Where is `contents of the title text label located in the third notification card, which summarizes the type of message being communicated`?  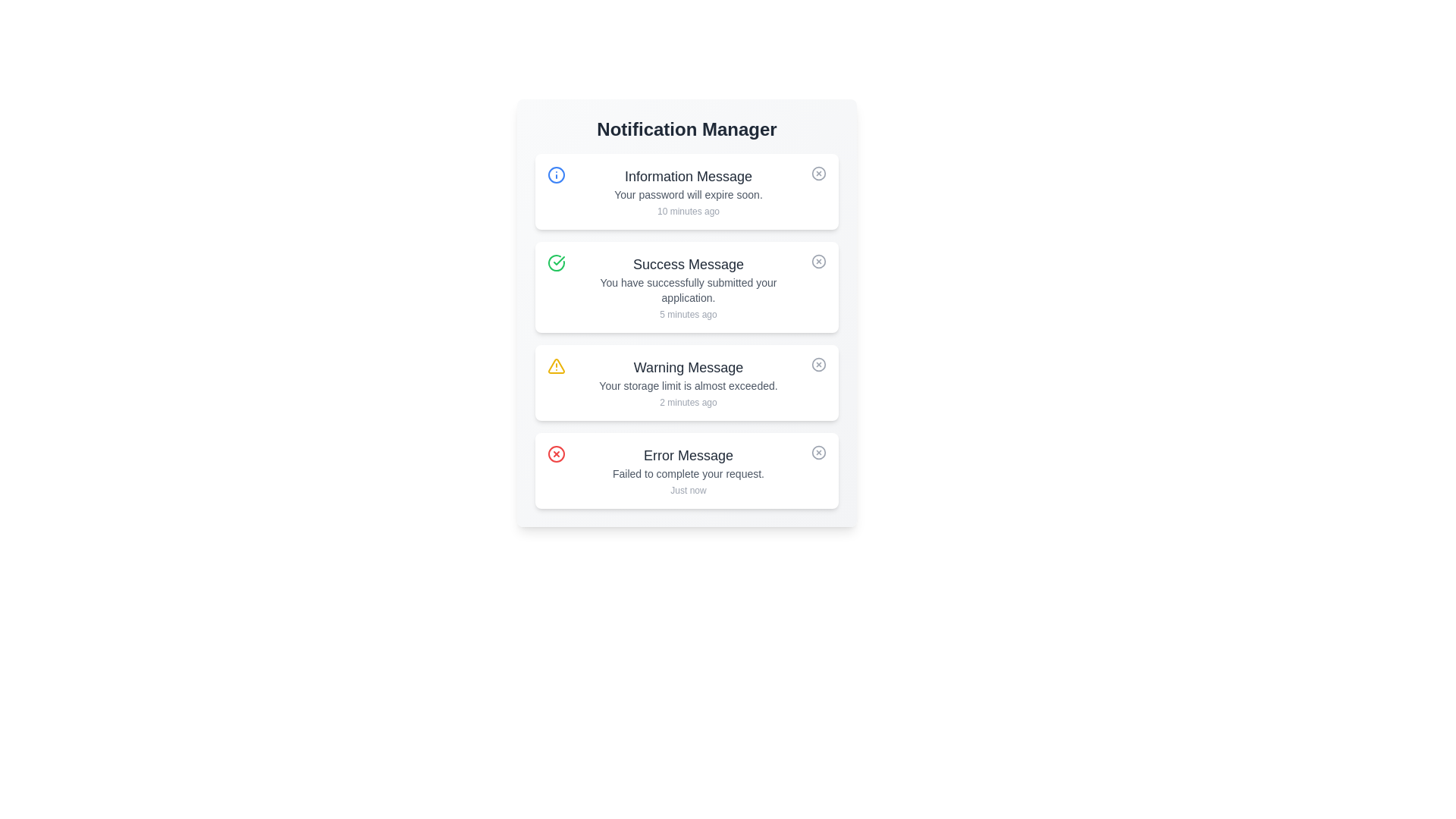 contents of the title text label located in the third notification card, which summarizes the type of message being communicated is located at coordinates (687, 368).